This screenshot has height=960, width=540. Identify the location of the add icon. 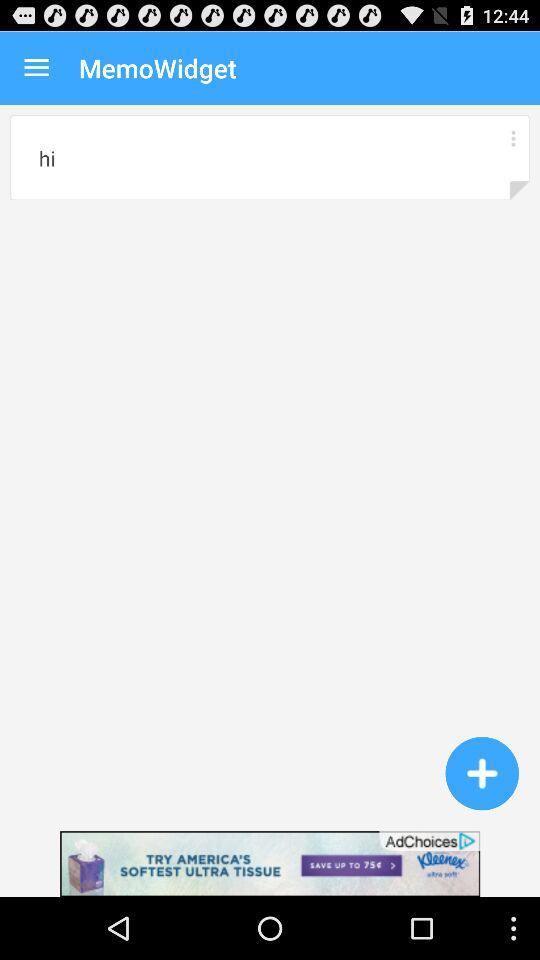
(481, 828).